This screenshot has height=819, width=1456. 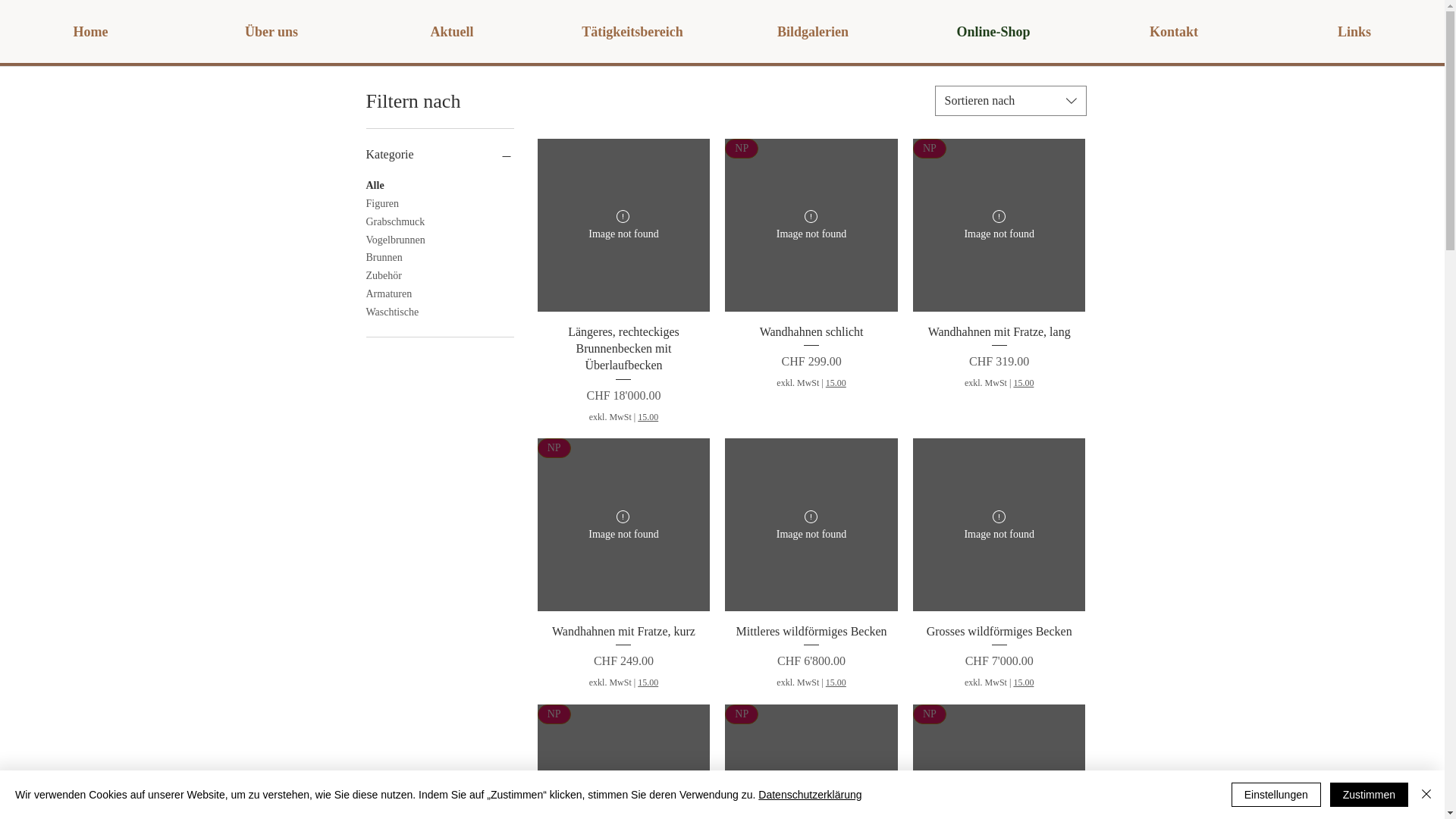 I want to click on 'Einstellungen', so click(x=1276, y=794).